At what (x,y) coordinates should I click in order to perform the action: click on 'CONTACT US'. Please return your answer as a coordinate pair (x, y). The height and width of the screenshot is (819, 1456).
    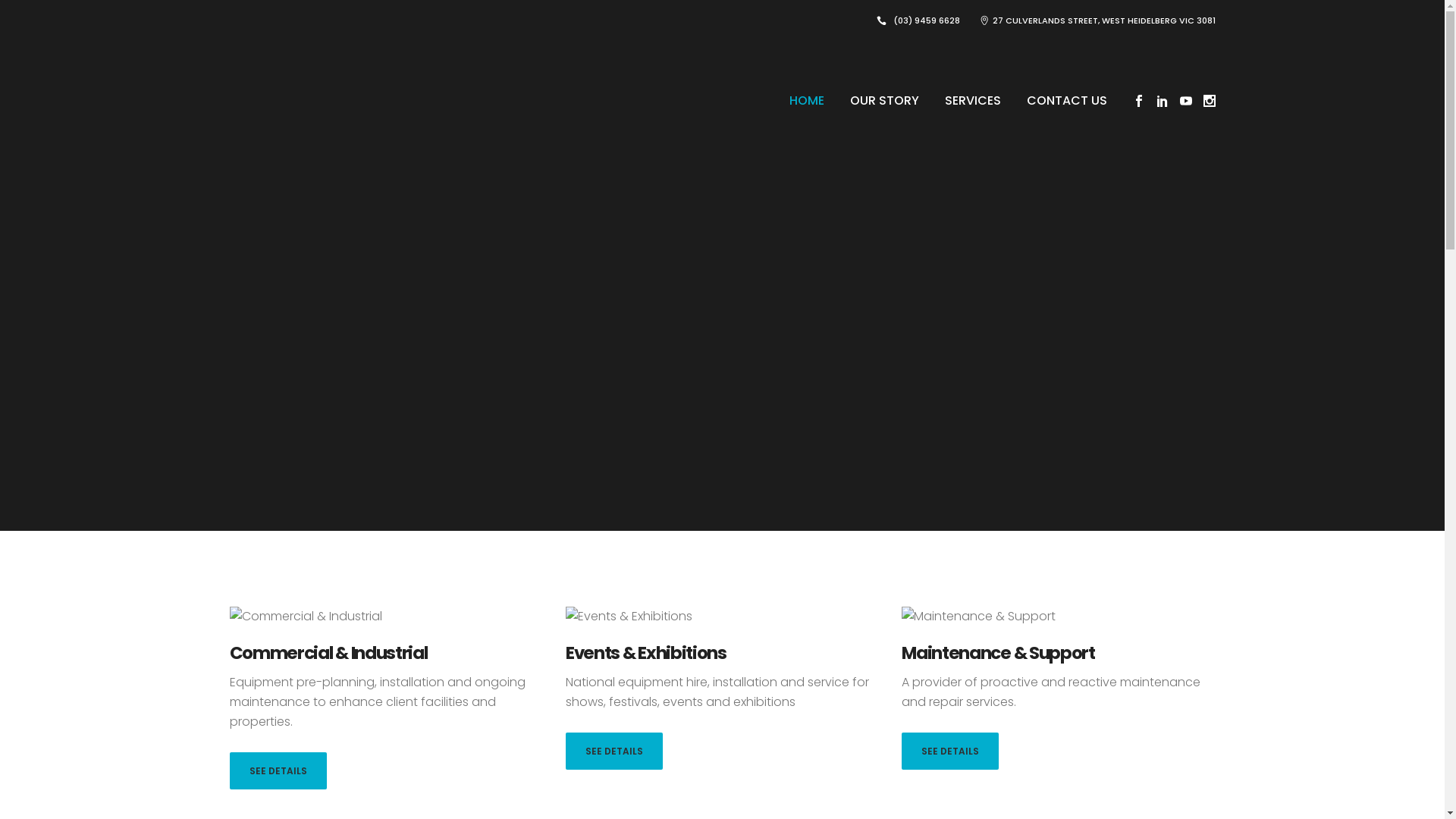
    Looking at the image, I should click on (1065, 100).